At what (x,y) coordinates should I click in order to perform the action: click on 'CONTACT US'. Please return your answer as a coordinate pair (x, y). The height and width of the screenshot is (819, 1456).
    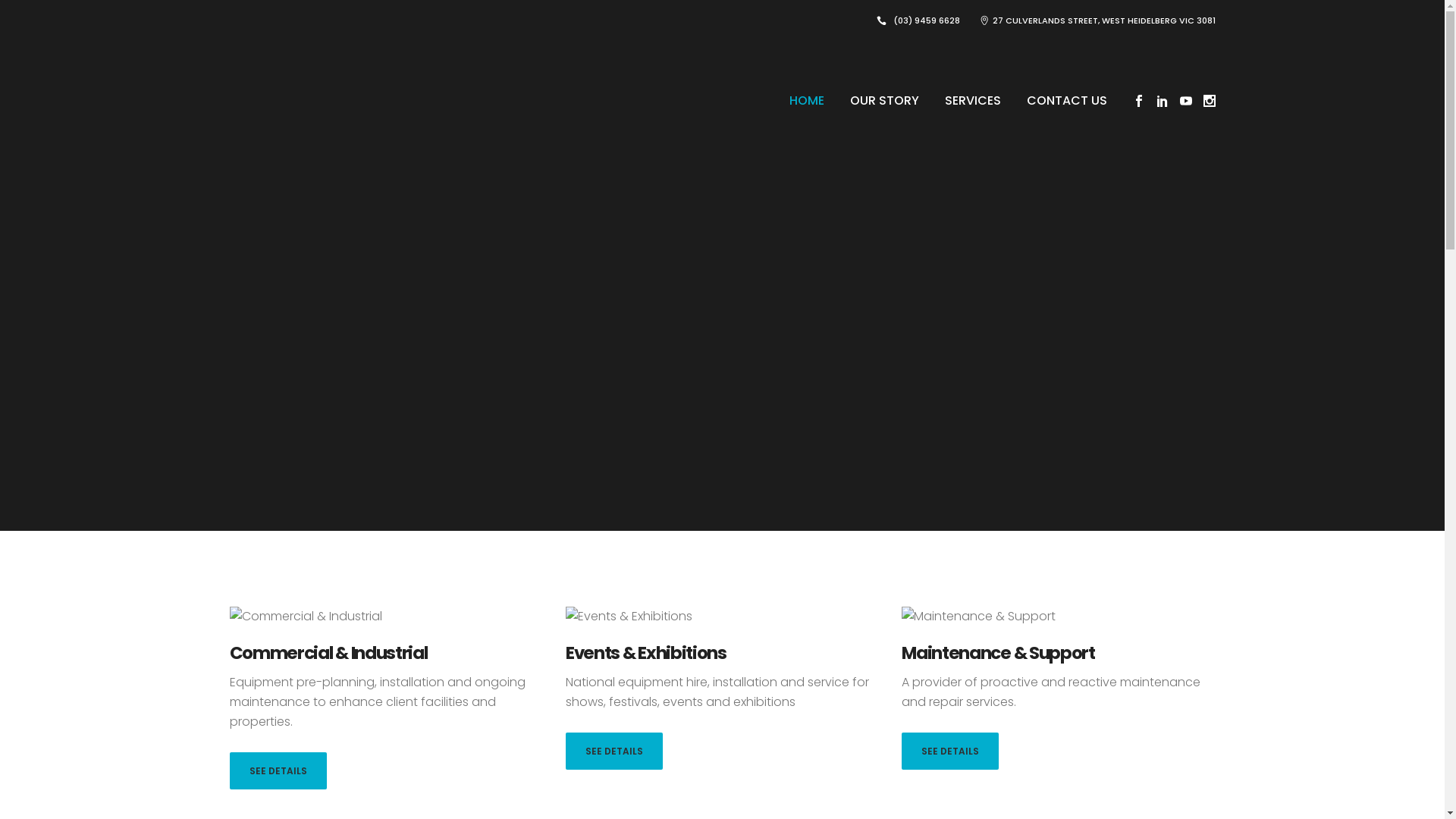
    Looking at the image, I should click on (1065, 100).